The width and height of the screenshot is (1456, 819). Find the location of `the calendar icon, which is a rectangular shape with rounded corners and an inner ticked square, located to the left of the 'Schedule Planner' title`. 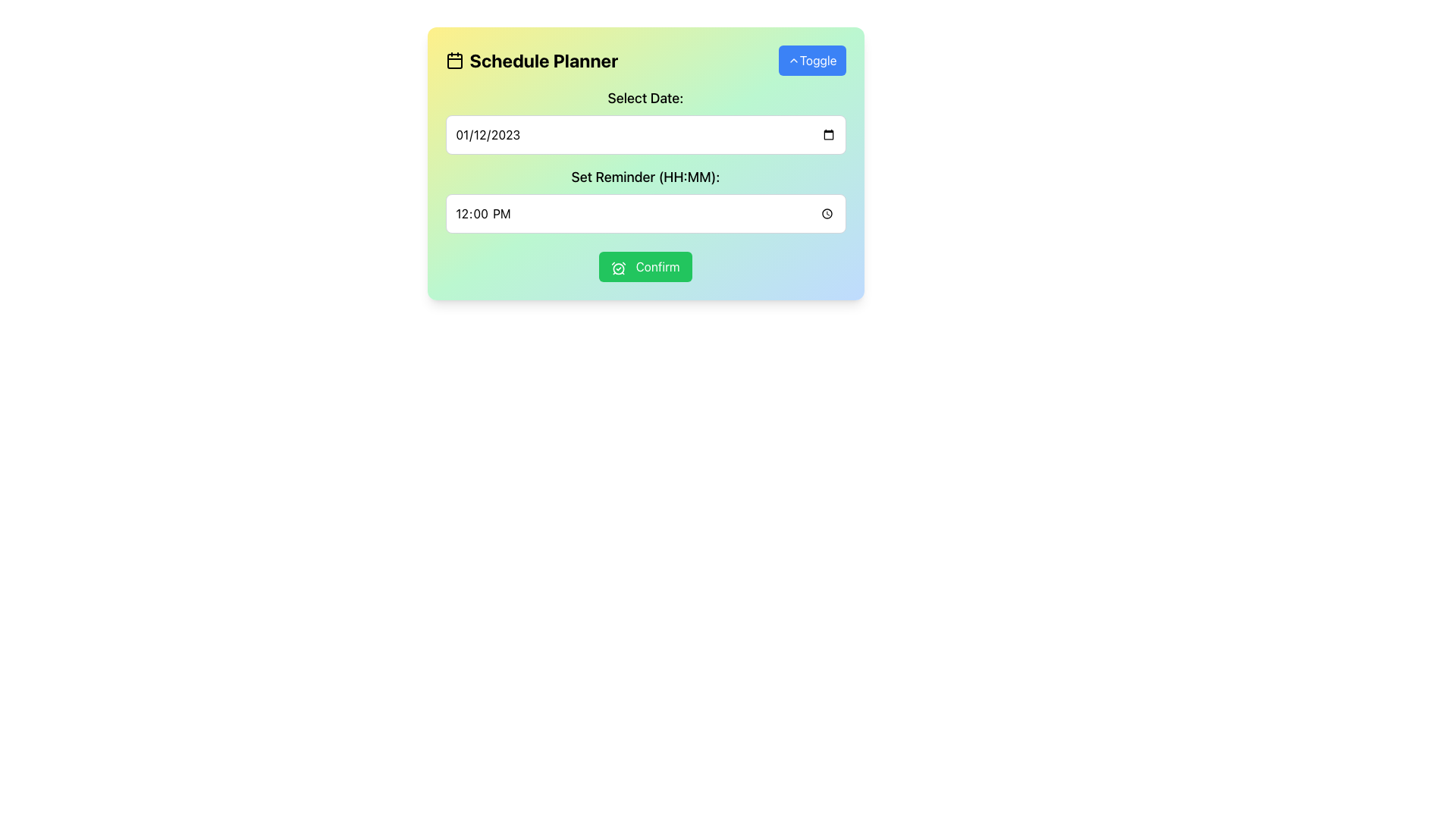

the calendar icon, which is a rectangular shape with rounded corners and an inner ticked square, located to the left of the 'Schedule Planner' title is located at coordinates (453, 61).